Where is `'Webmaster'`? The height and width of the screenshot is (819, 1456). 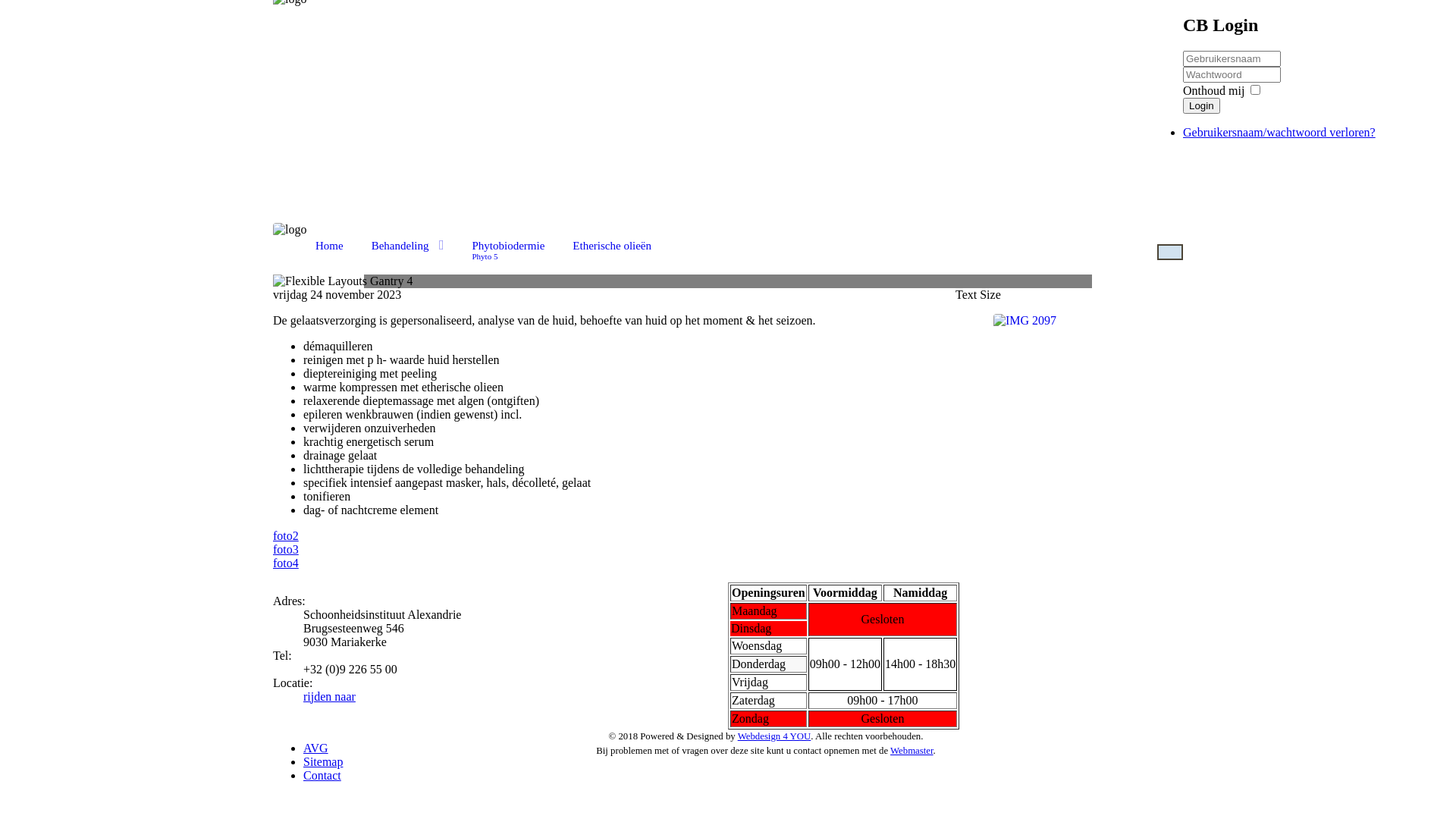 'Webmaster' is located at coordinates (911, 751).